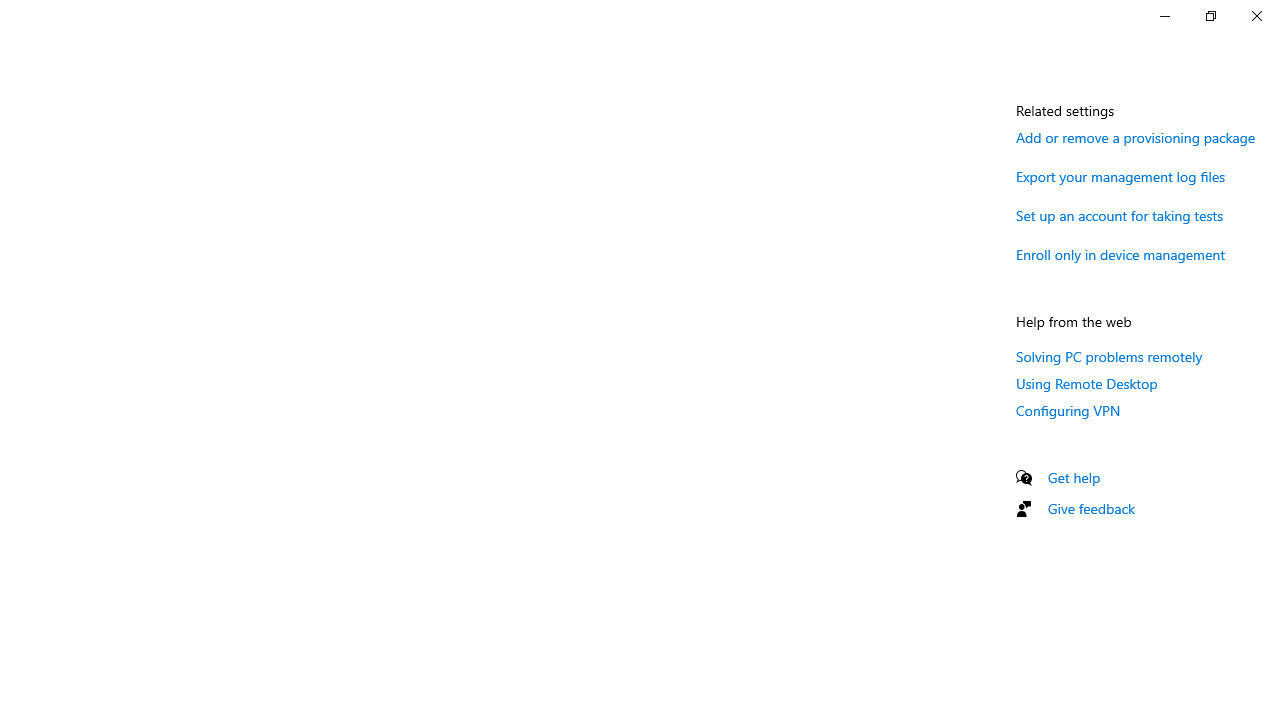 The width and height of the screenshot is (1280, 720). Describe the element at coordinates (1136, 136) in the screenshot. I see `'Add or remove a provisioning package'` at that location.